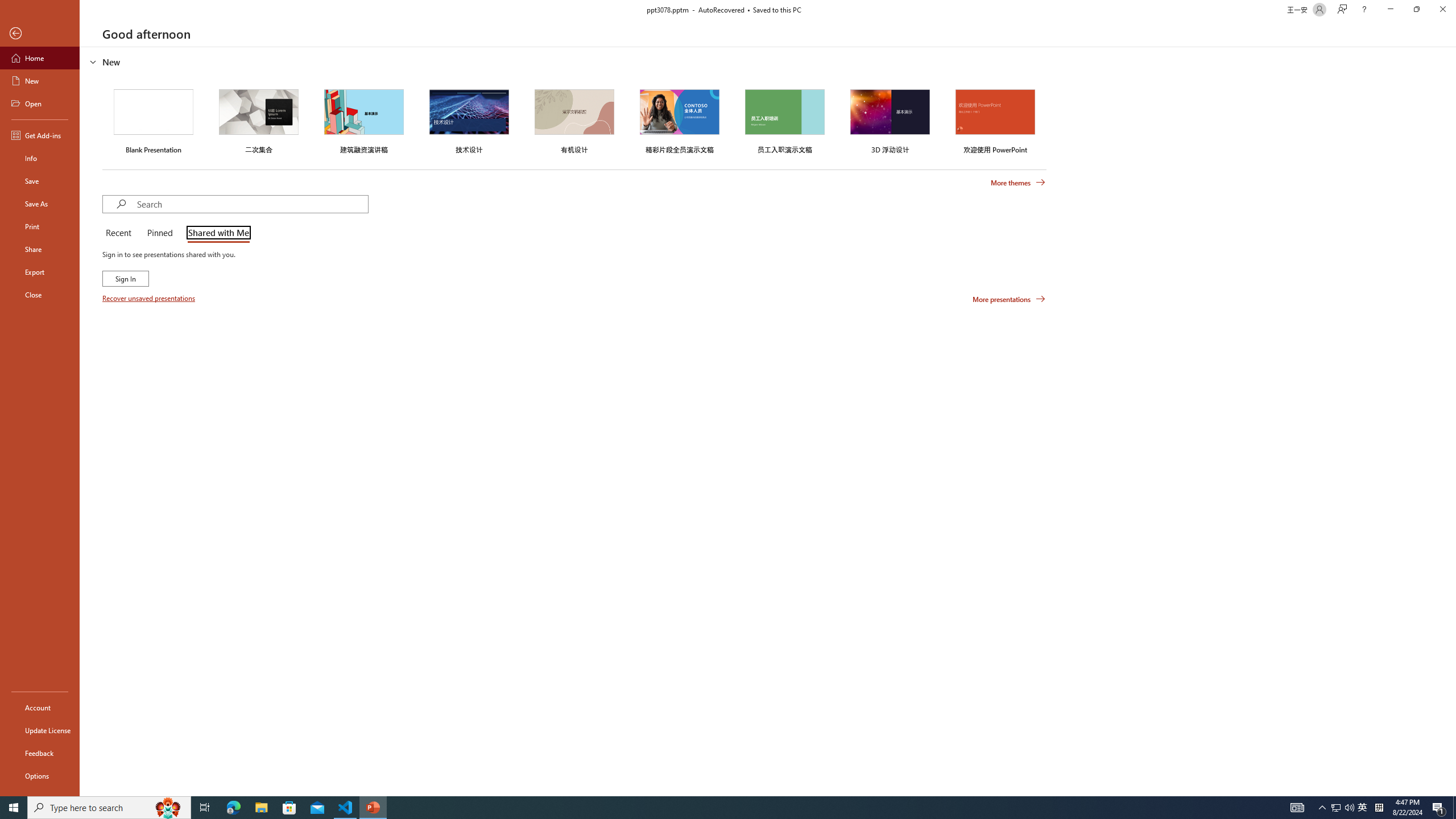 This screenshot has height=819, width=1456. What do you see at coordinates (39, 753) in the screenshot?
I see `'Feedback'` at bounding box center [39, 753].